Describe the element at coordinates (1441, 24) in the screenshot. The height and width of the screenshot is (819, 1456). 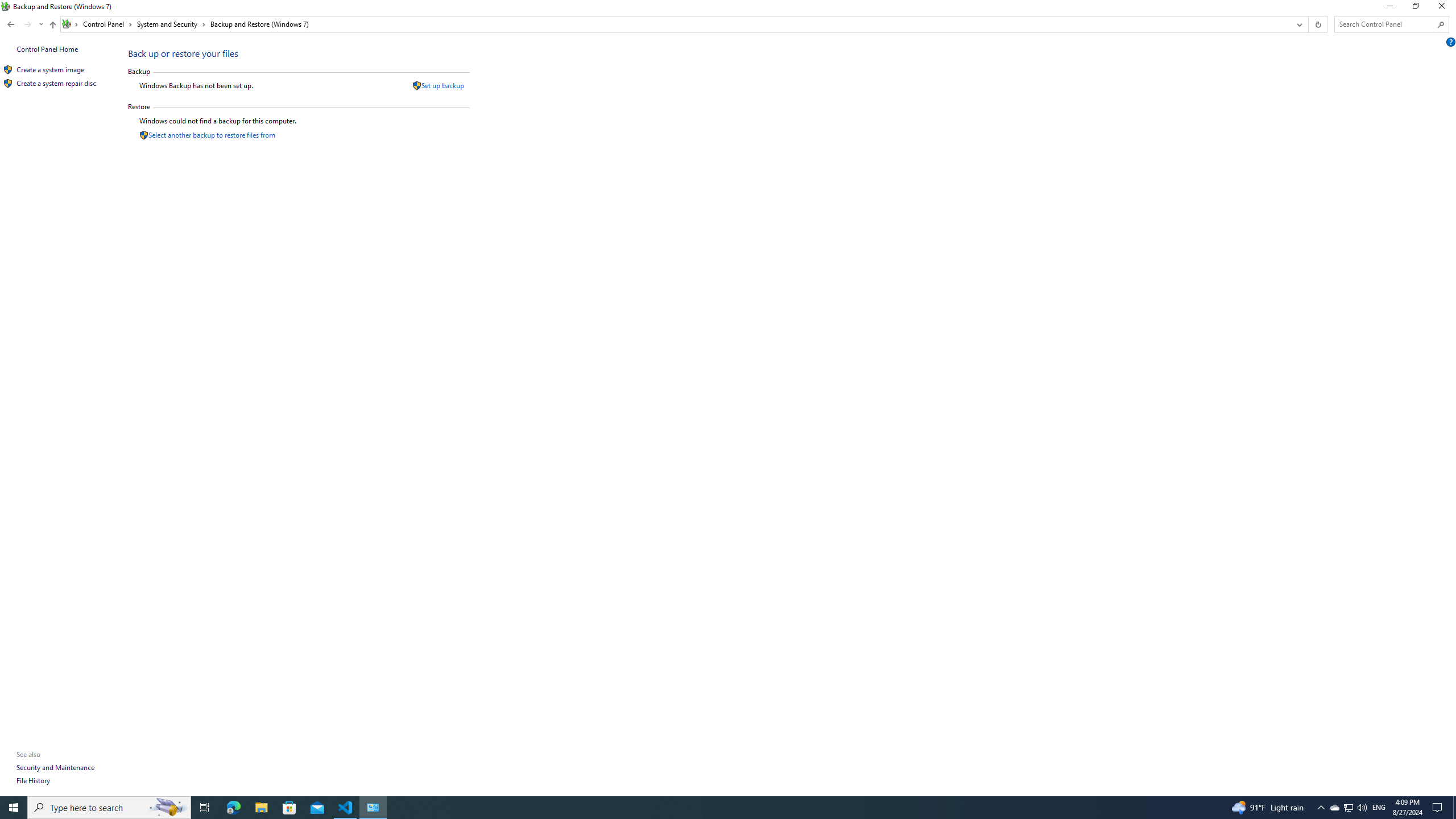
I see `'Search'` at that location.